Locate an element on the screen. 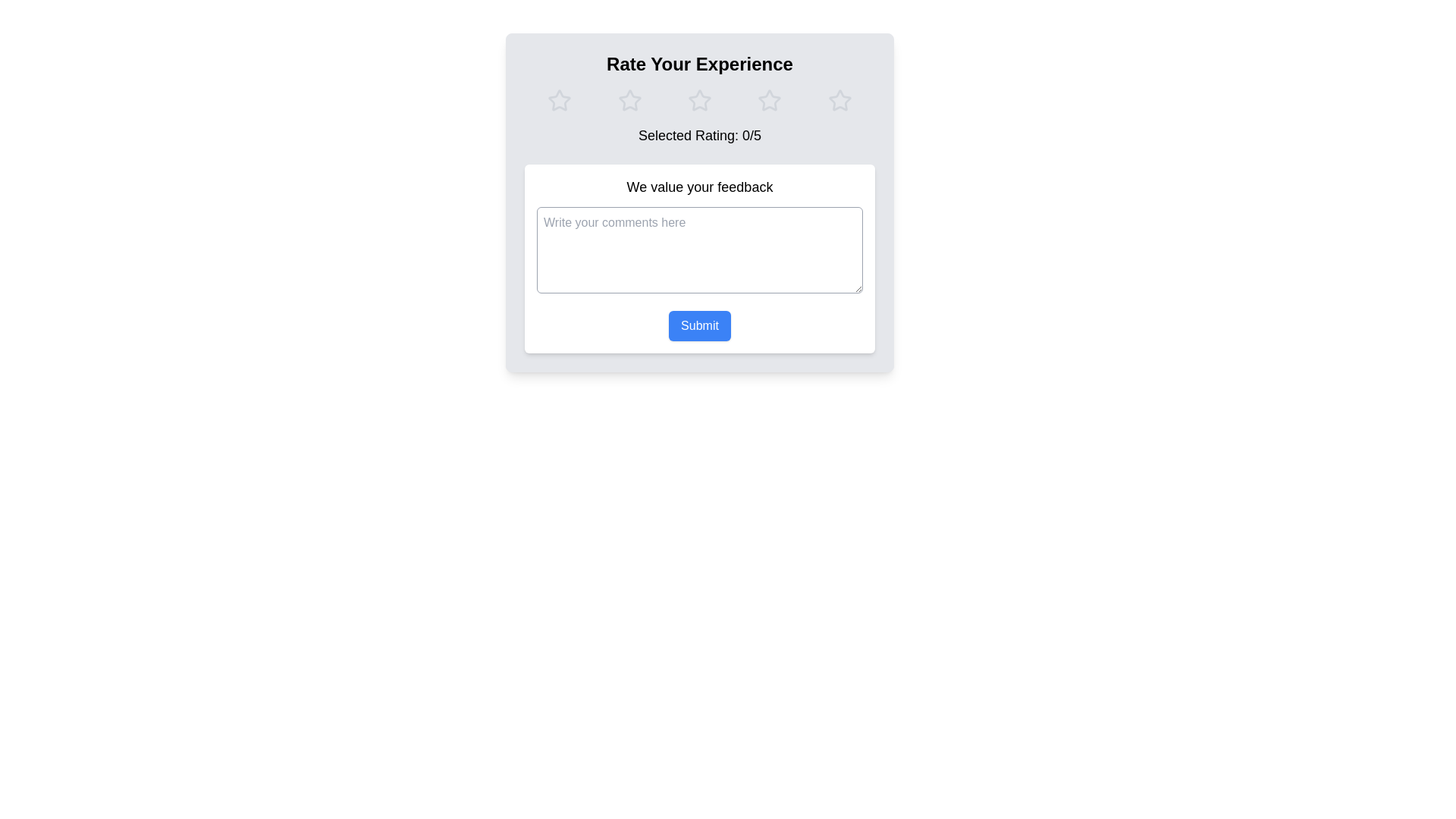  the button located below the multiline text area labeled 'Write your comments here' is located at coordinates (698, 325).